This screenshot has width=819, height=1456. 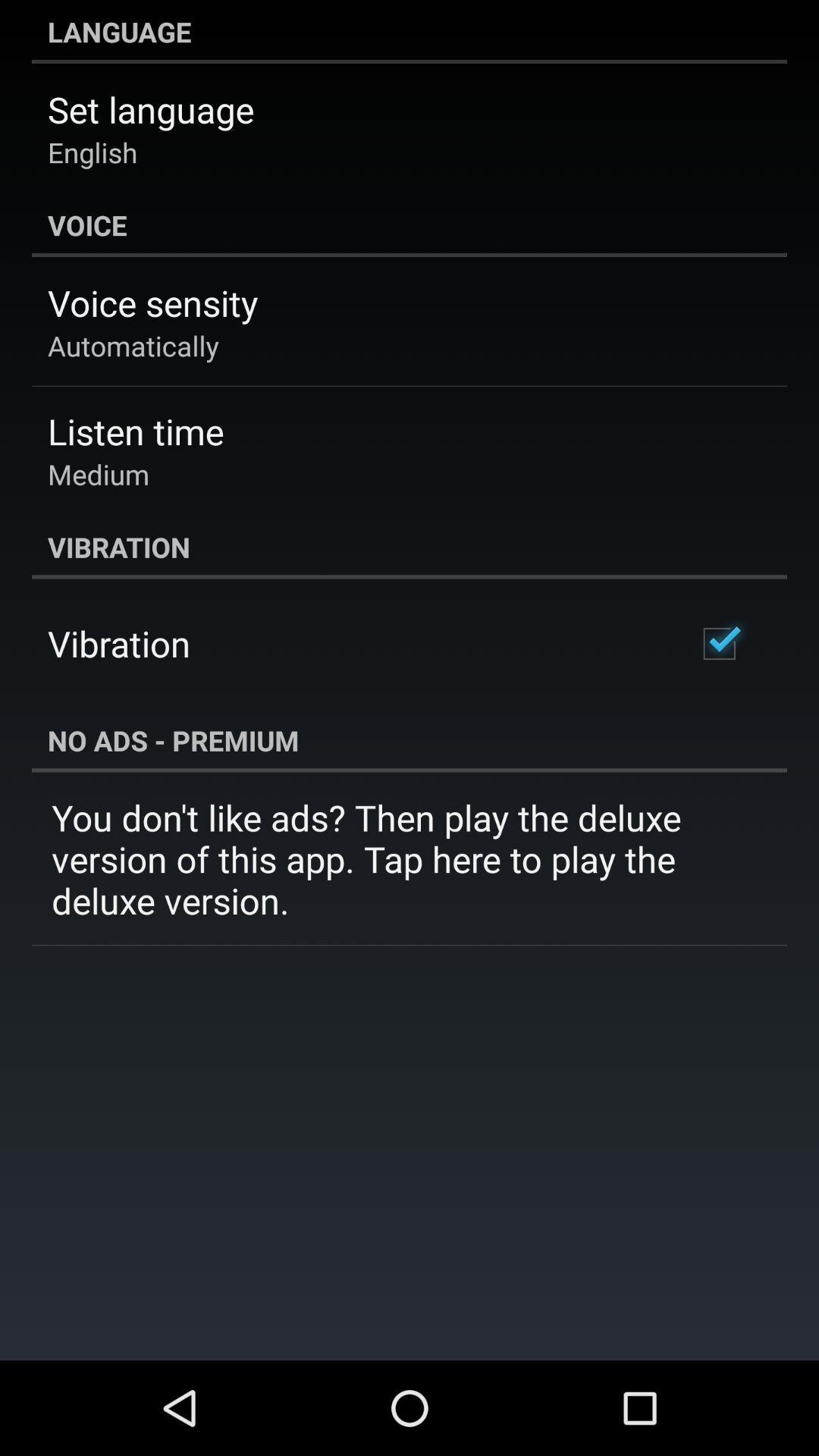 What do you see at coordinates (152, 303) in the screenshot?
I see `voice sensity` at bounding box center [152, 303].